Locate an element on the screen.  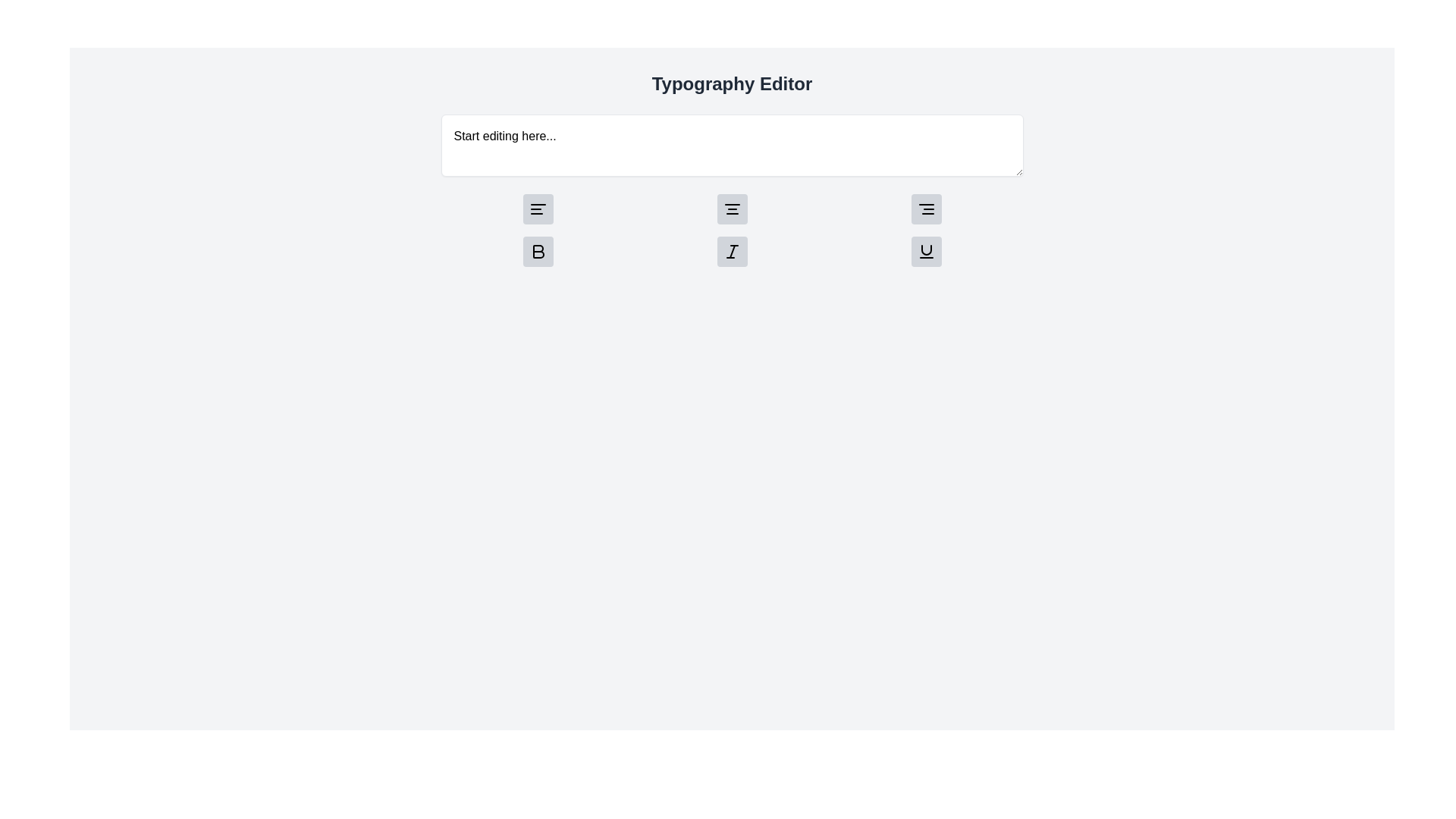
the square-shaped icon button with an underline symbol to apply underline formatting is located at coordinates (925, 250).